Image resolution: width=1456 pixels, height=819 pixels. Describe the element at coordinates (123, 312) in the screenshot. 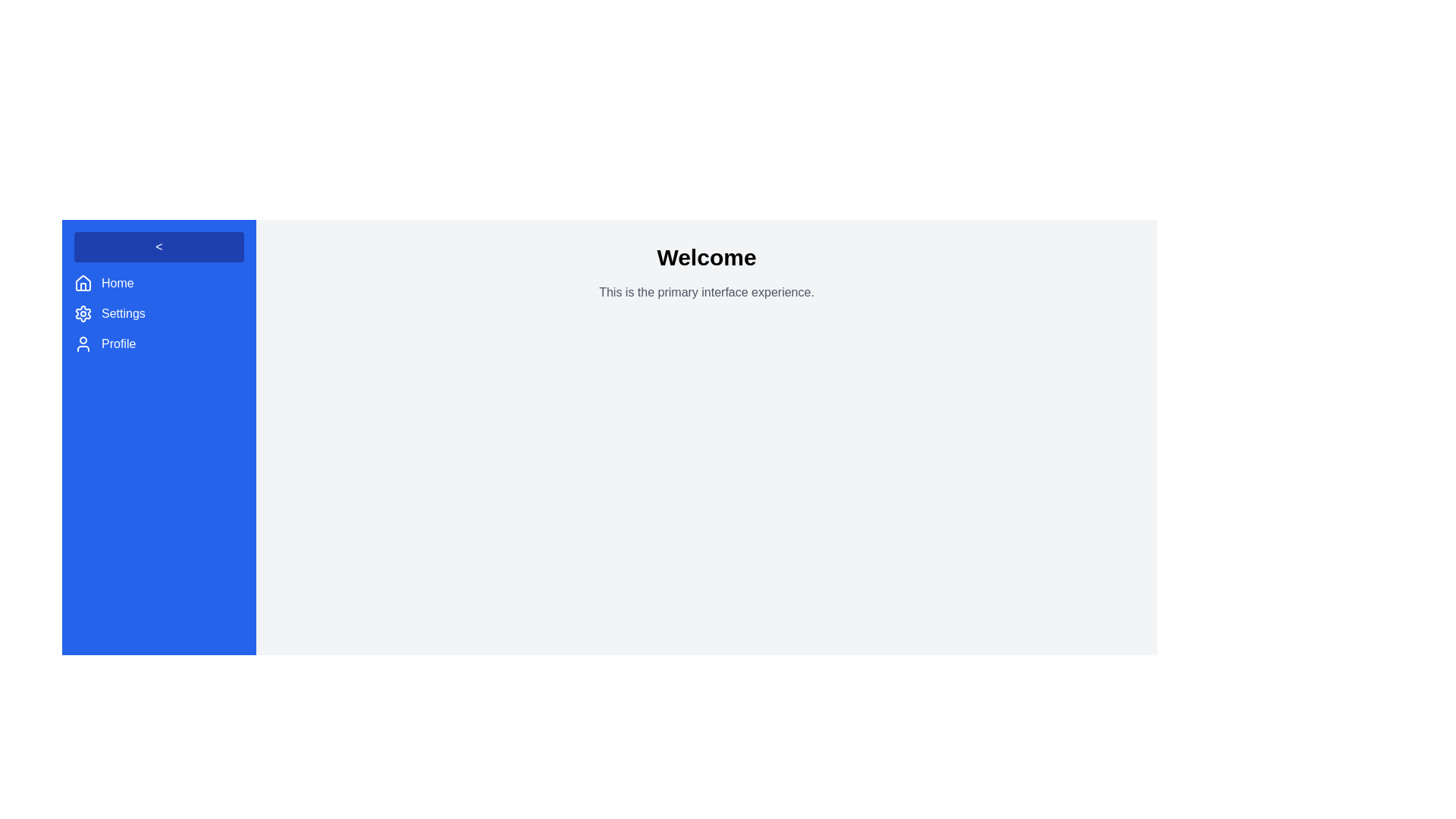

I see `the 'Settings' text label in the side navigation menu to potentially display additional details` at that location.